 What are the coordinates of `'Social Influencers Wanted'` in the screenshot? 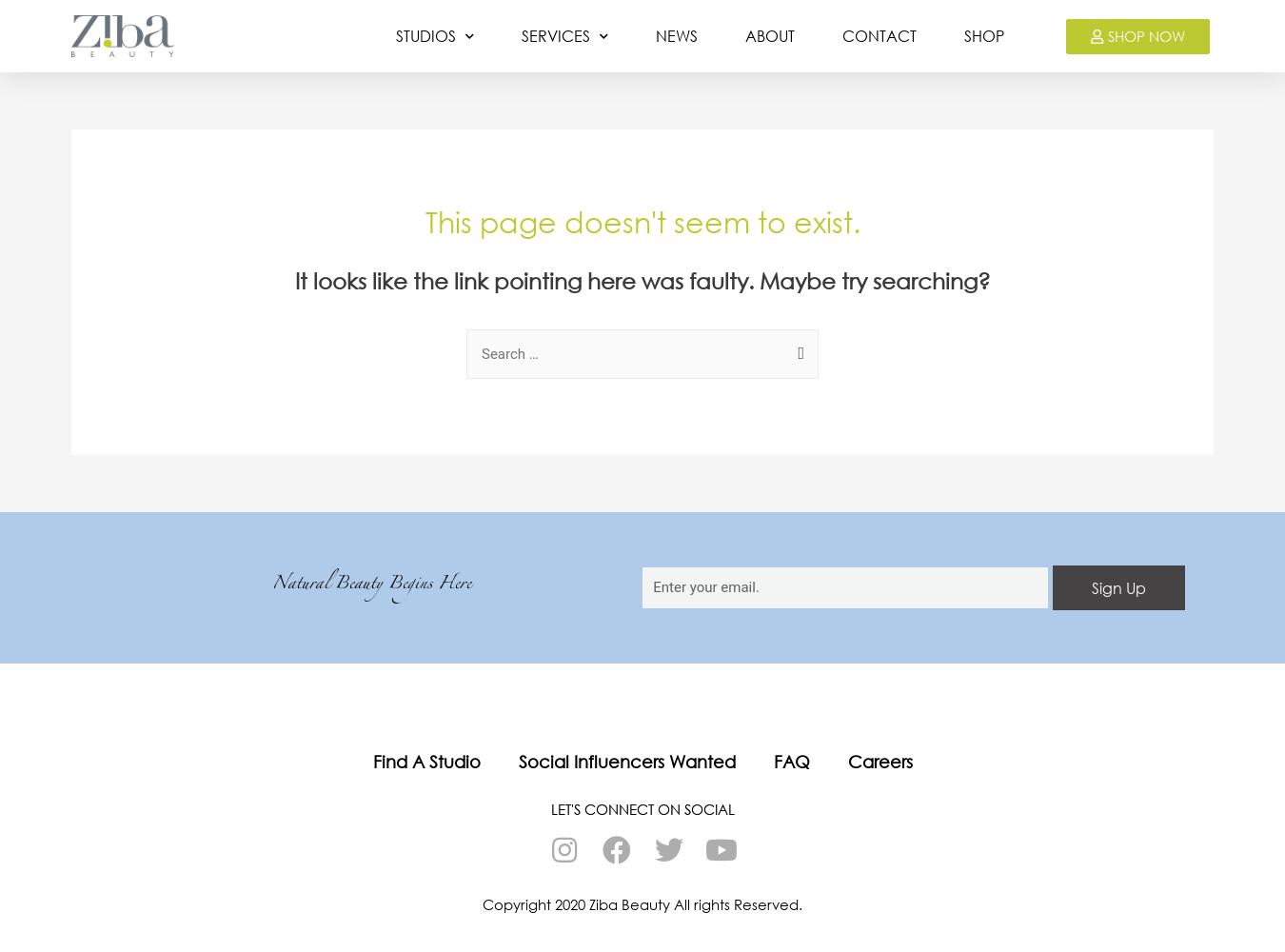 It's located at (625, 761).